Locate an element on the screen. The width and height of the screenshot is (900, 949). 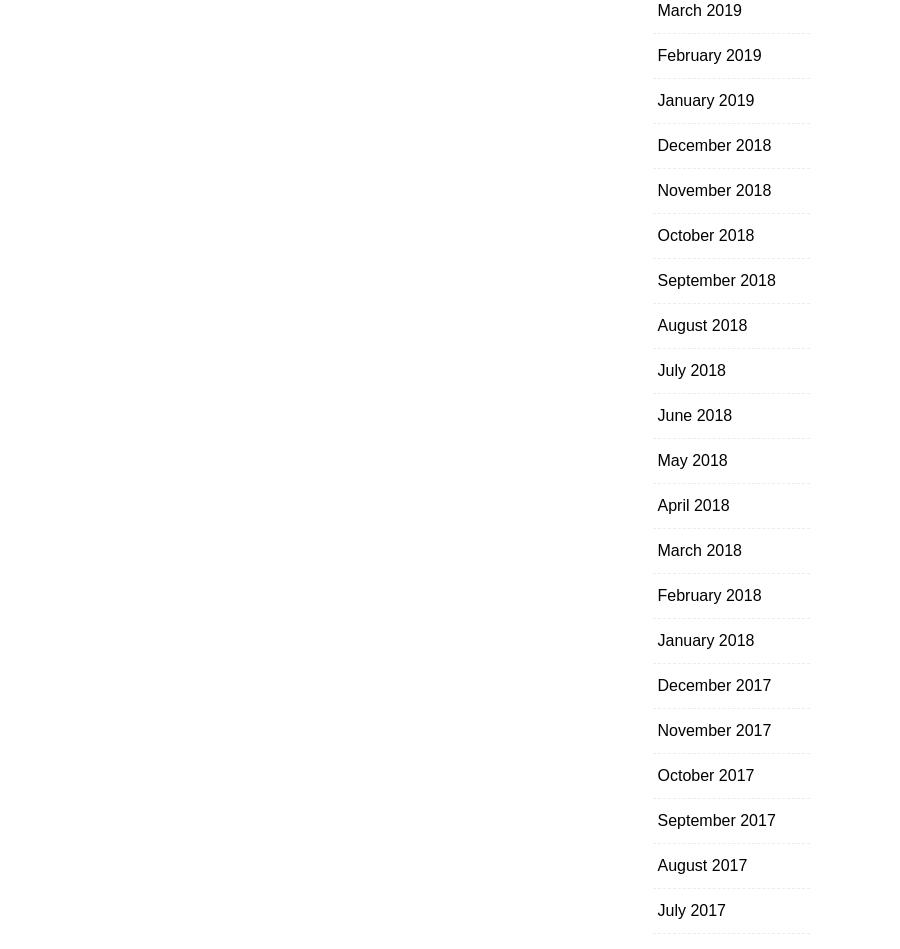
'December 2018' is located at coordinates (712, 145).